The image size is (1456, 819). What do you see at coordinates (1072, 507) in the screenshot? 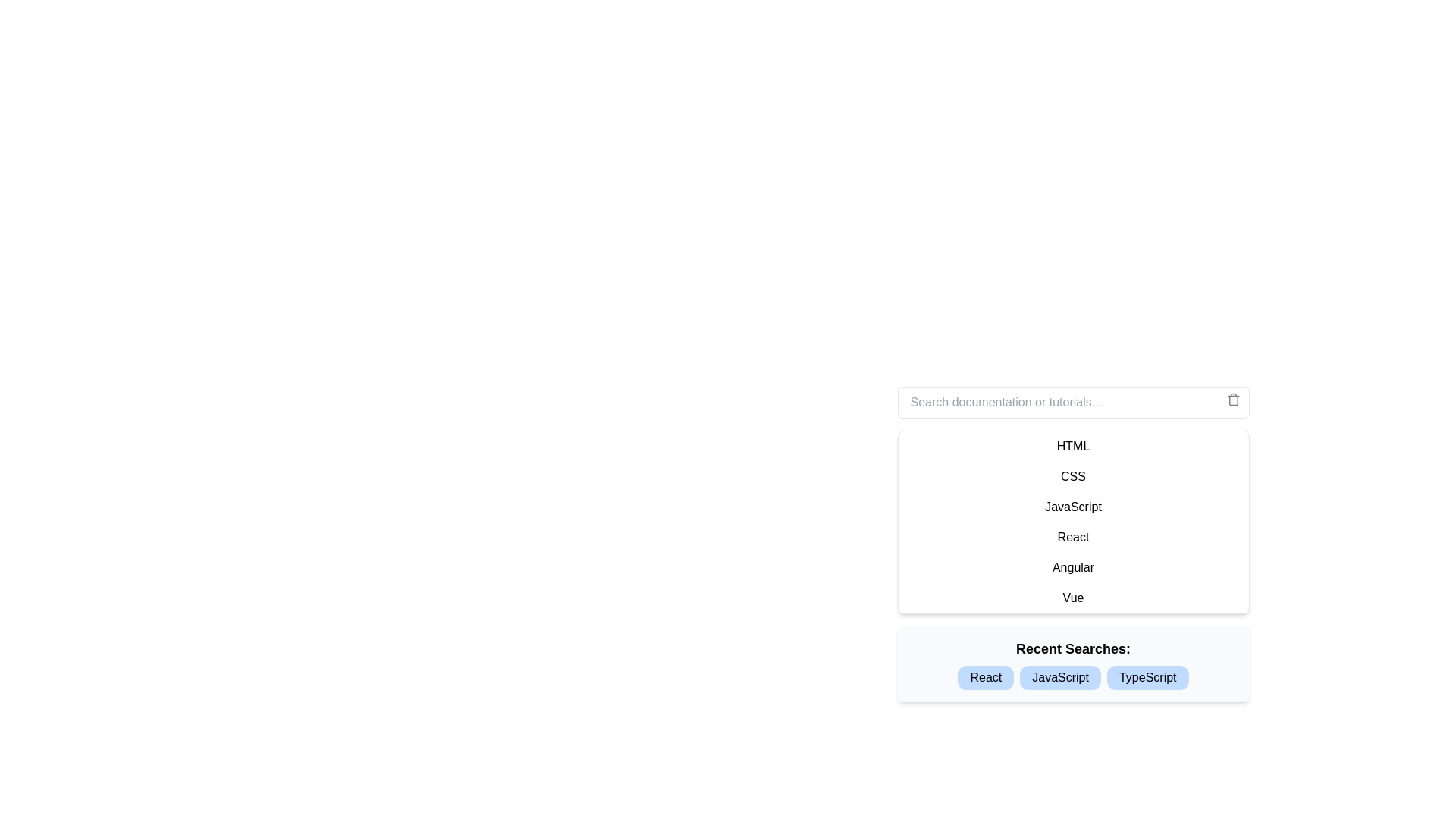
I see `to select the 'JavaScript' option from the dropdown list, which is the third item in a vertical list of selectable options` at bounding box center [1072, 507].